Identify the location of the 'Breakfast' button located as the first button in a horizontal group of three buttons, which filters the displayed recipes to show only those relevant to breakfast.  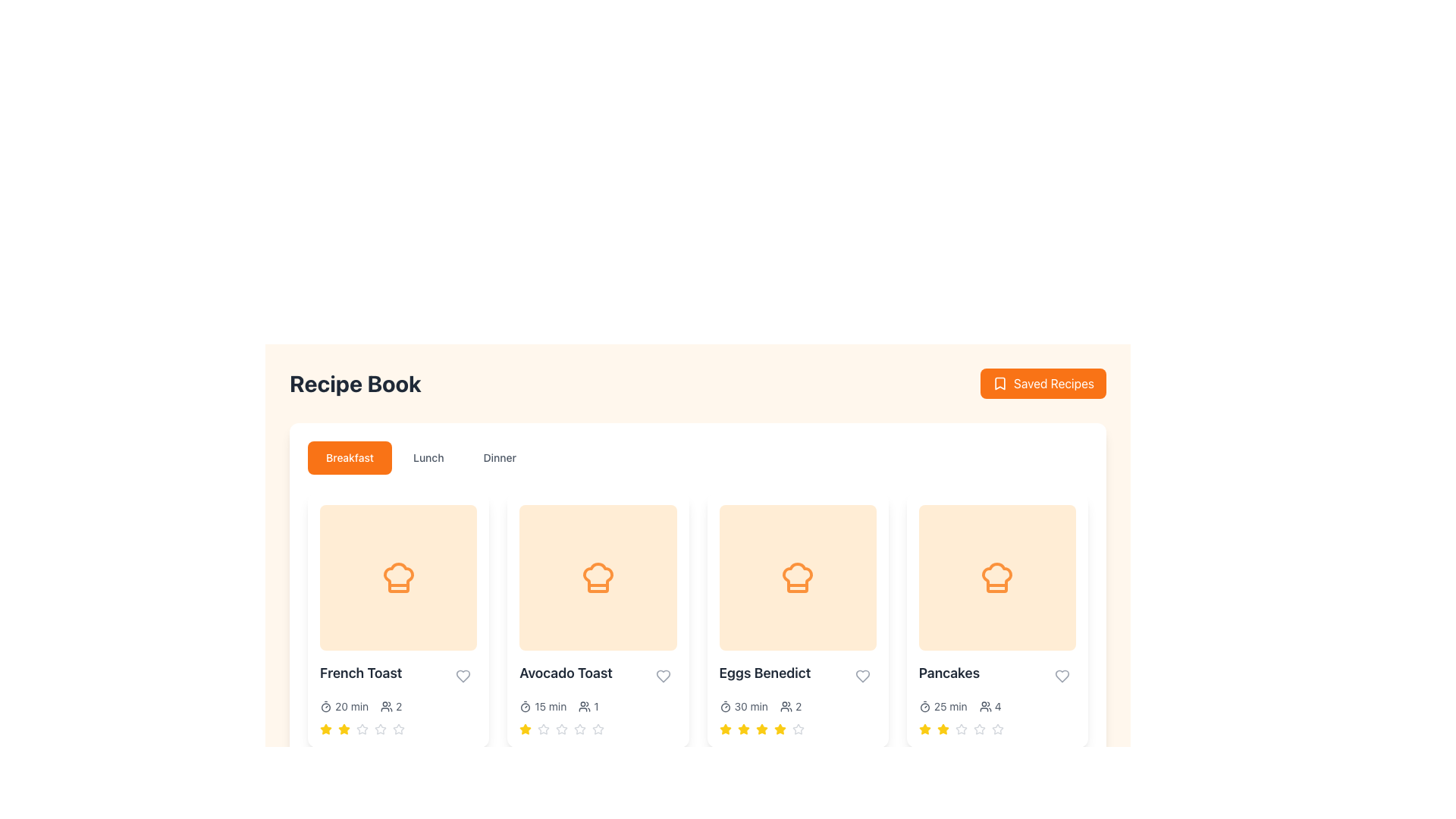
(349, 457).